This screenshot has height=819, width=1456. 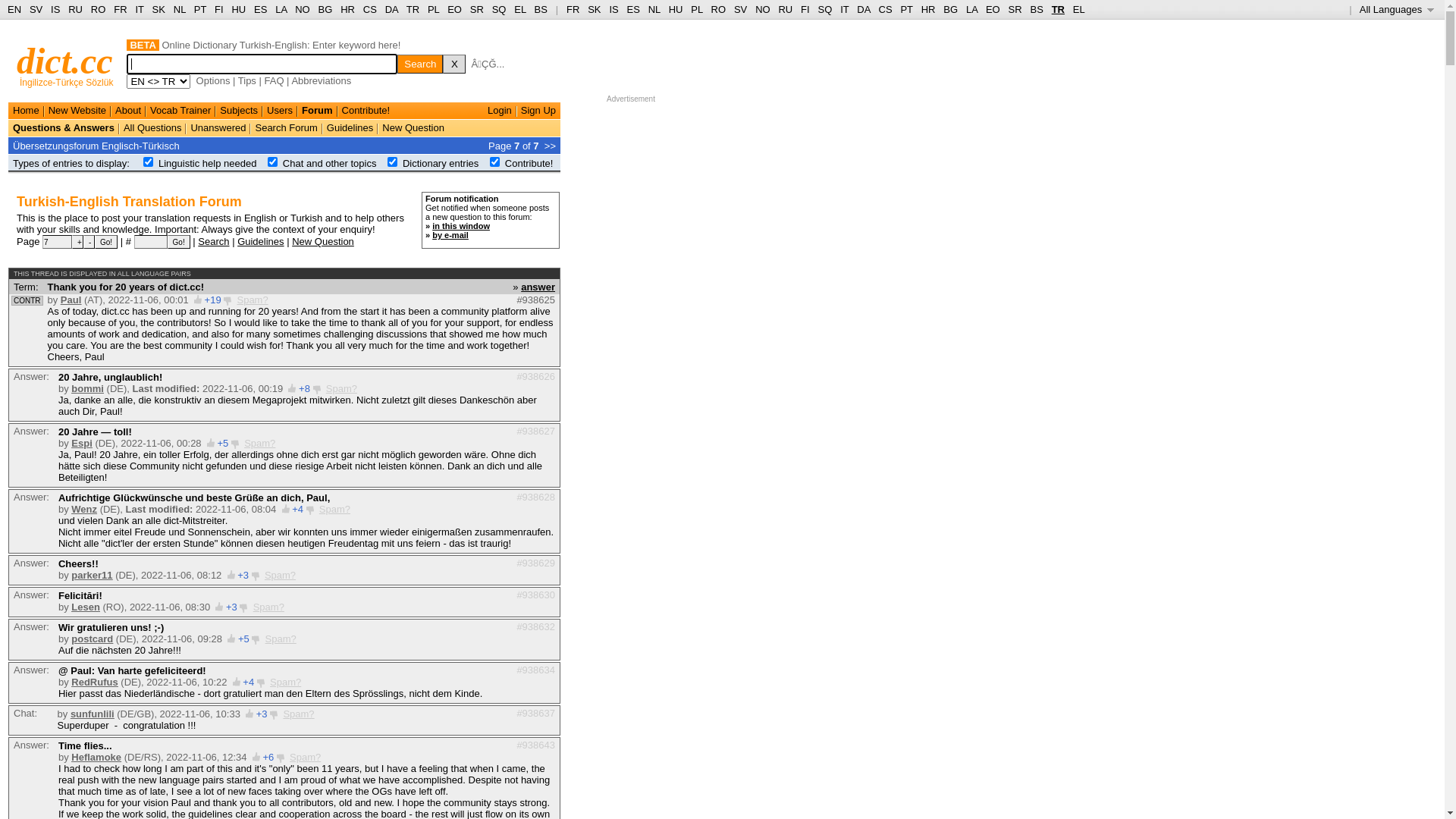 I want to click on 'Spam?', so click(x=259, y=443).